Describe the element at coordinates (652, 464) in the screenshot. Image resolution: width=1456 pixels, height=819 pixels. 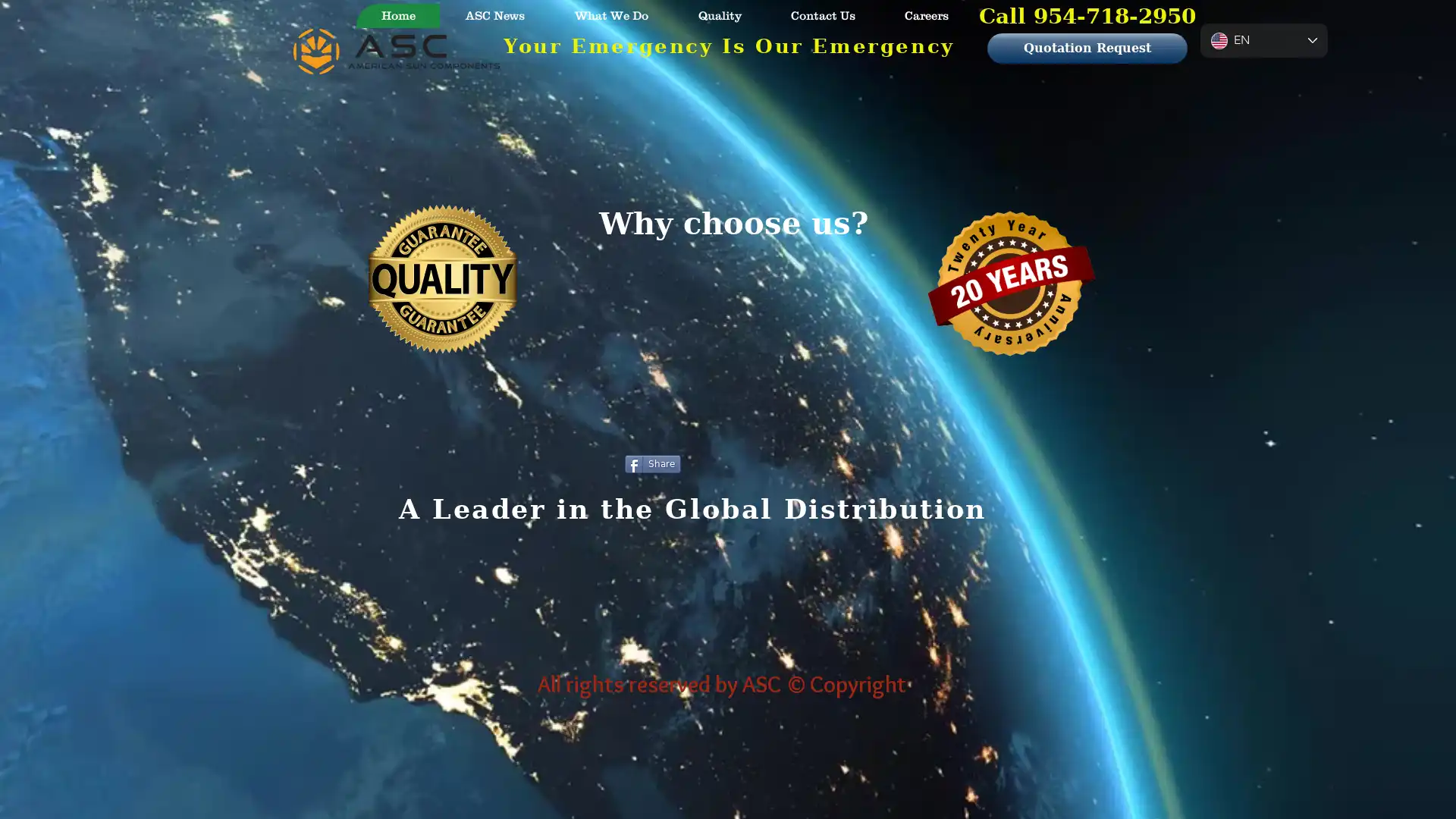
I see `Share` at that location.